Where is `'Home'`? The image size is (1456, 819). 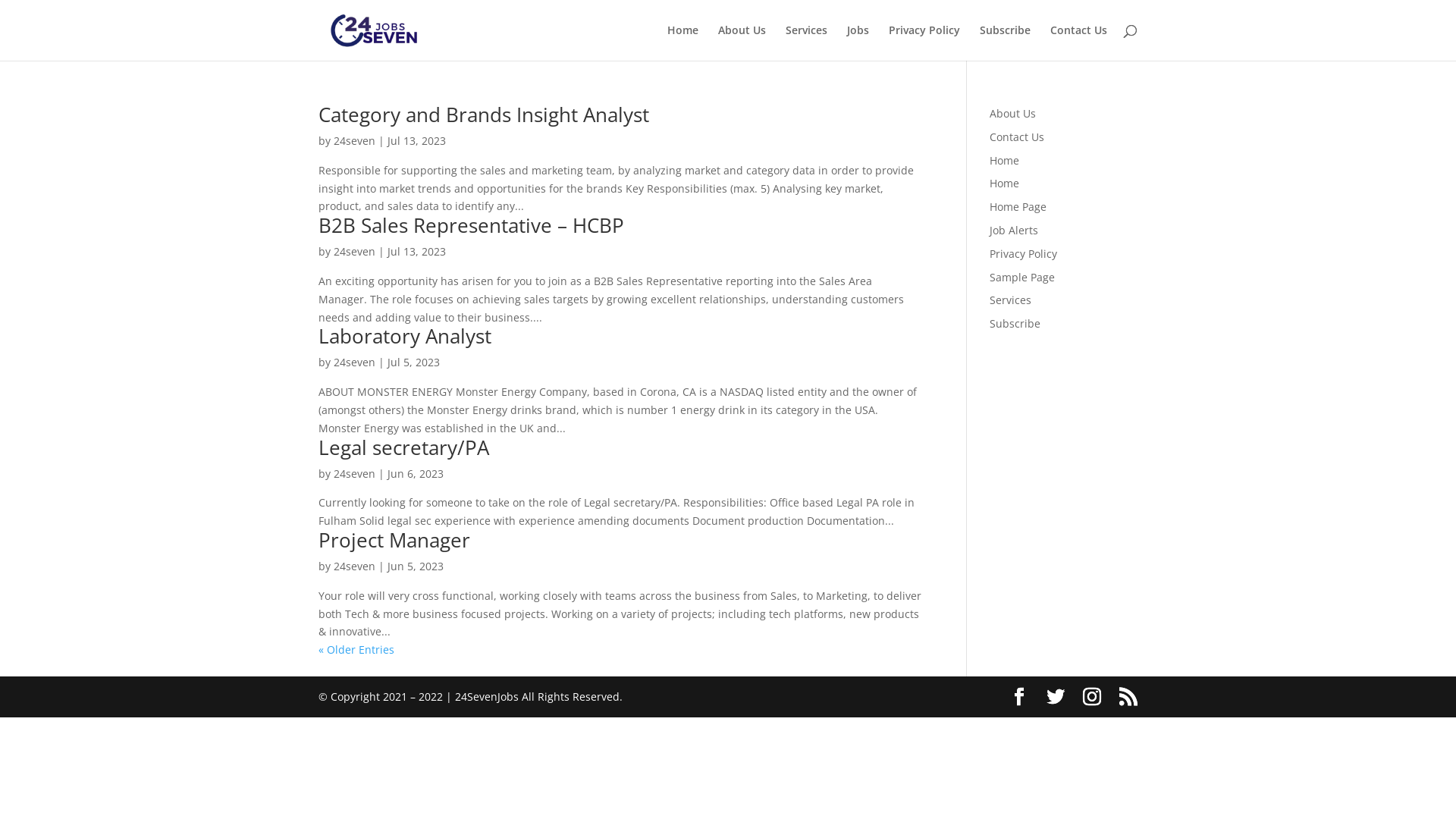
'Home' is located at coordinates (1004, 182).